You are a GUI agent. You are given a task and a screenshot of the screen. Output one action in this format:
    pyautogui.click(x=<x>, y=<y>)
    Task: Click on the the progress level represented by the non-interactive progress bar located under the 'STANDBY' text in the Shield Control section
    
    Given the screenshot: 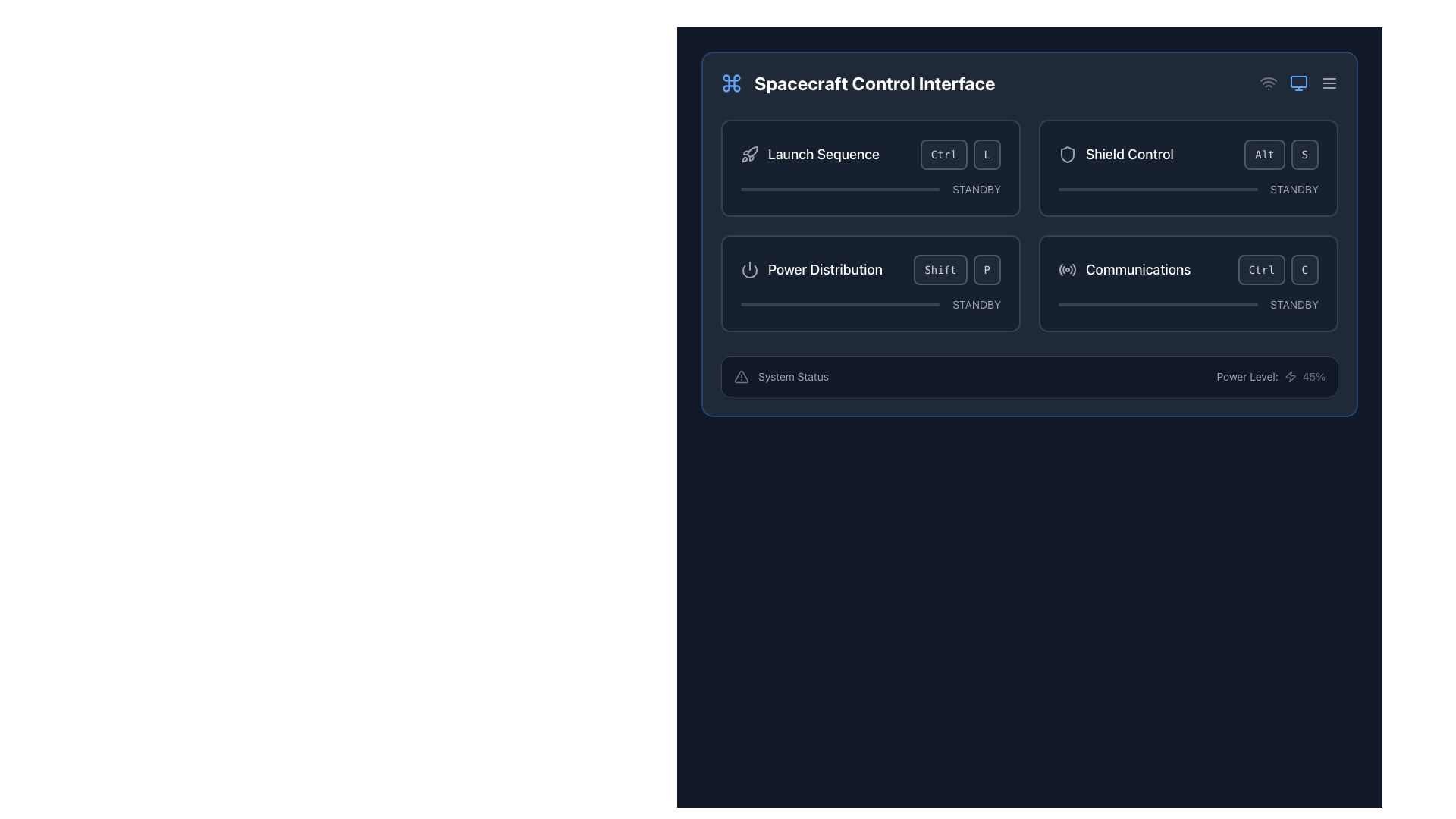 What is the action you would take?
    pyautogui.click(x=1157, y=189)
    